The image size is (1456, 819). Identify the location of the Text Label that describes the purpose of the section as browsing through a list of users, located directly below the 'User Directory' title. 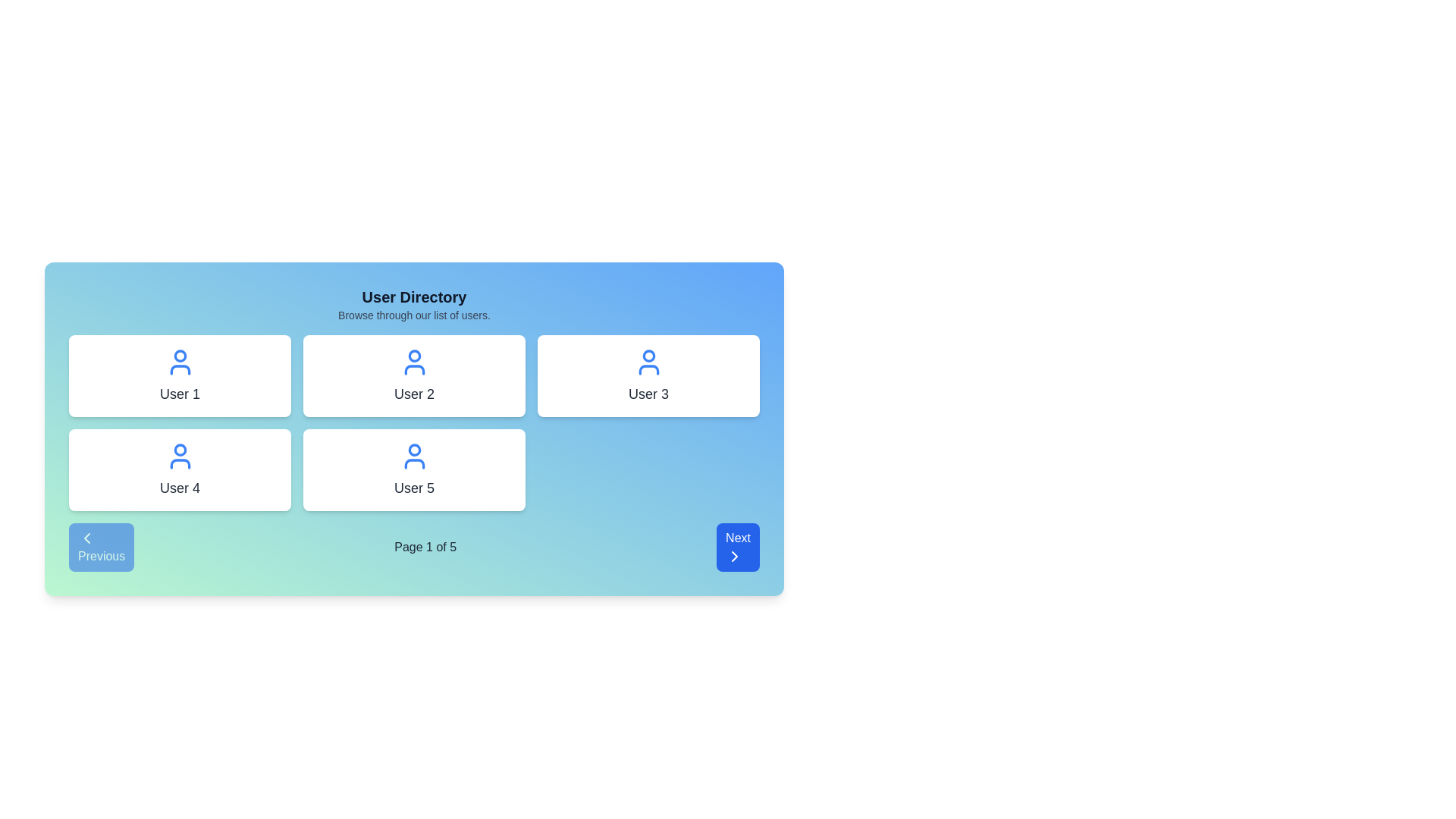
(414, 315).